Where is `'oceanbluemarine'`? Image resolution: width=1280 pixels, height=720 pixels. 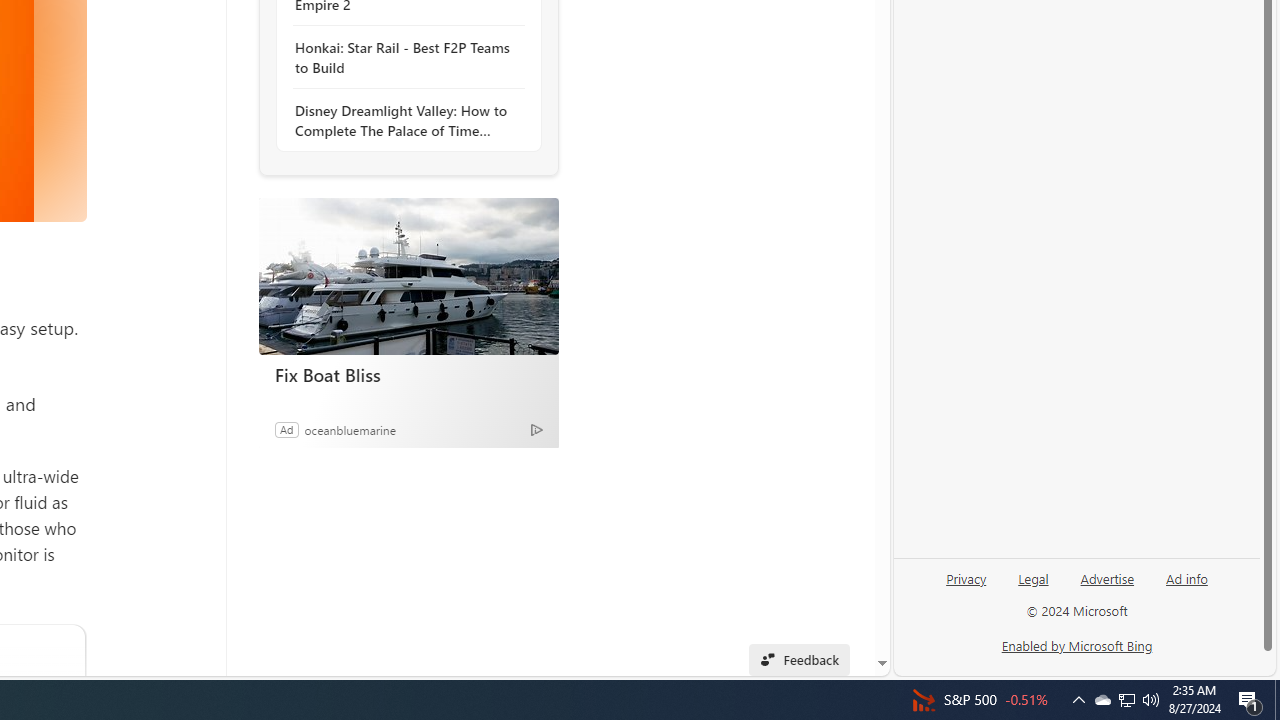 'oceanbluemarine' is located at coordinates (350, 428).